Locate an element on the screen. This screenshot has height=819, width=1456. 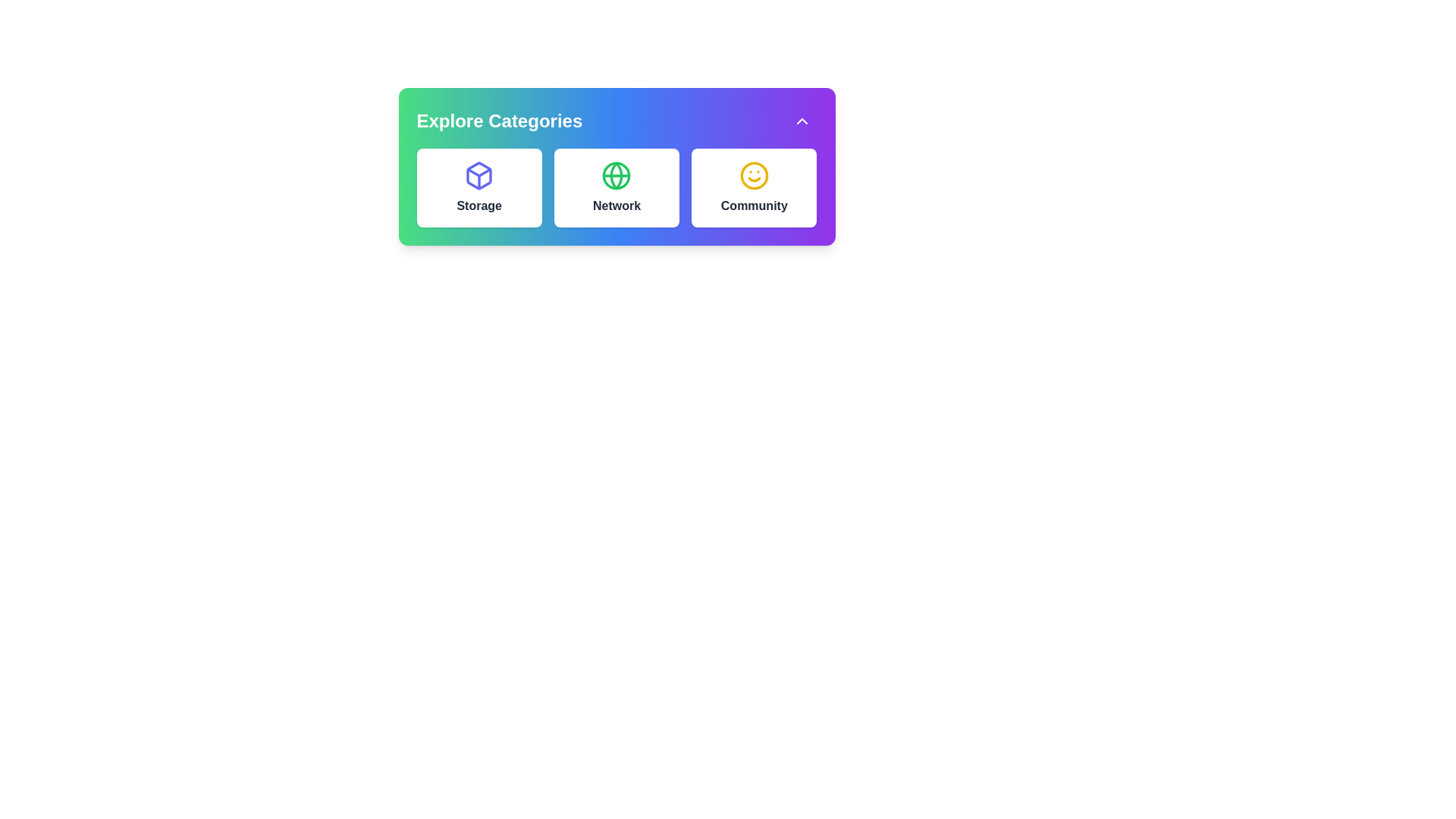
the bold, large-sized text label that reads 'Explore Categories', which is styled in white against a gradient background transitioning from green to blue is located at coordinates (499, 120).